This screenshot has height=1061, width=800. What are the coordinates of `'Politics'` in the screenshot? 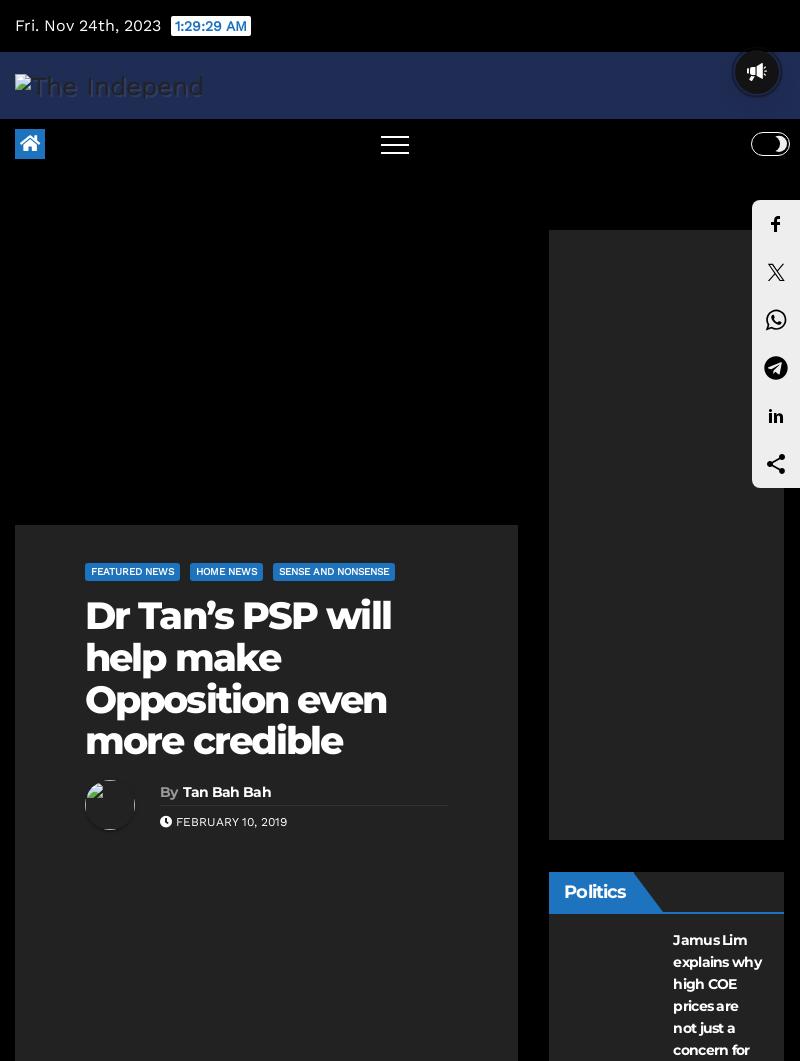 It's located at (564, 890).